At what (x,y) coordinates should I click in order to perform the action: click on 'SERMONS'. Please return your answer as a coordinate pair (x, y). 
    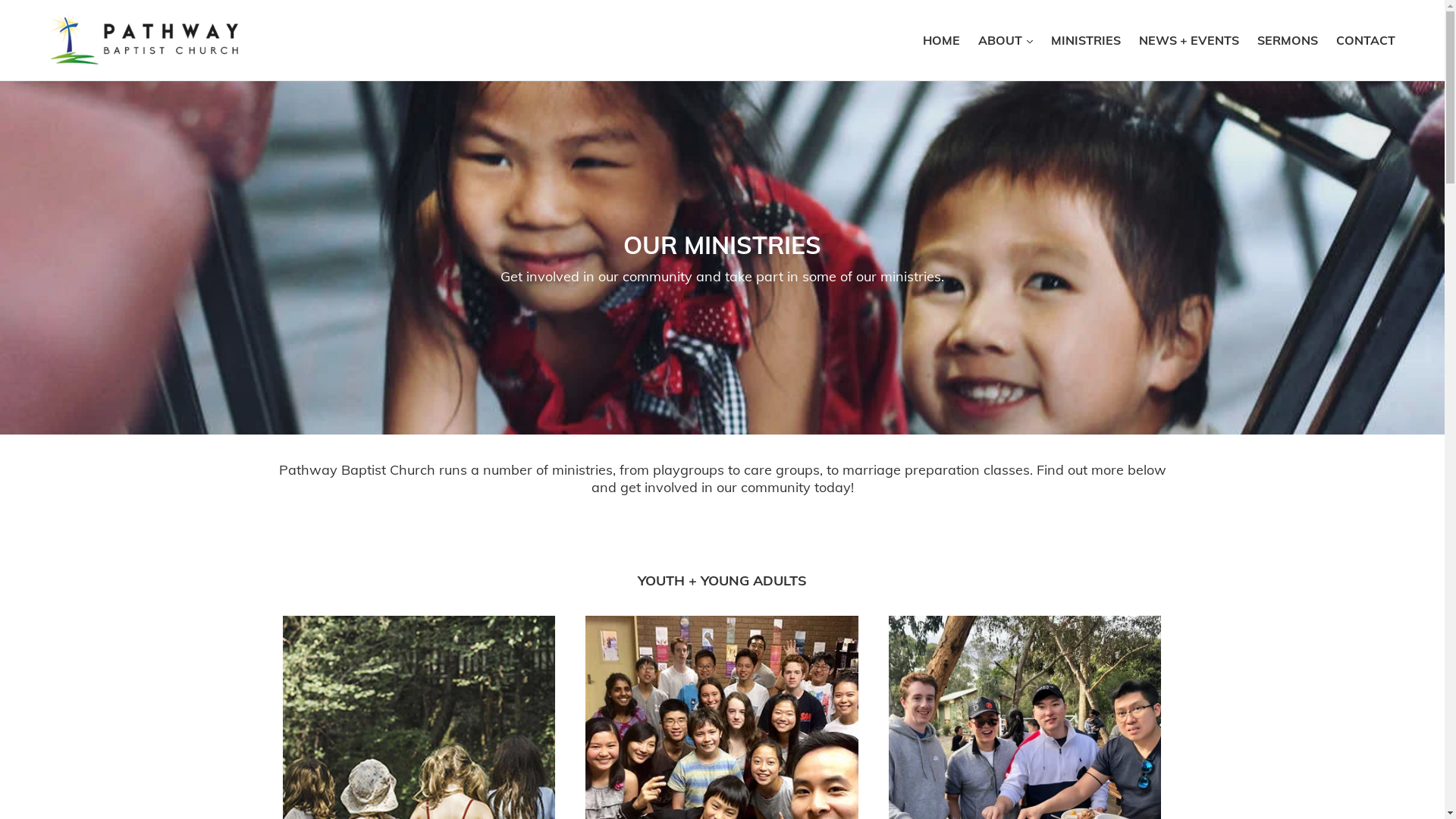
    Looking at the image, I should click on (1287, 39).